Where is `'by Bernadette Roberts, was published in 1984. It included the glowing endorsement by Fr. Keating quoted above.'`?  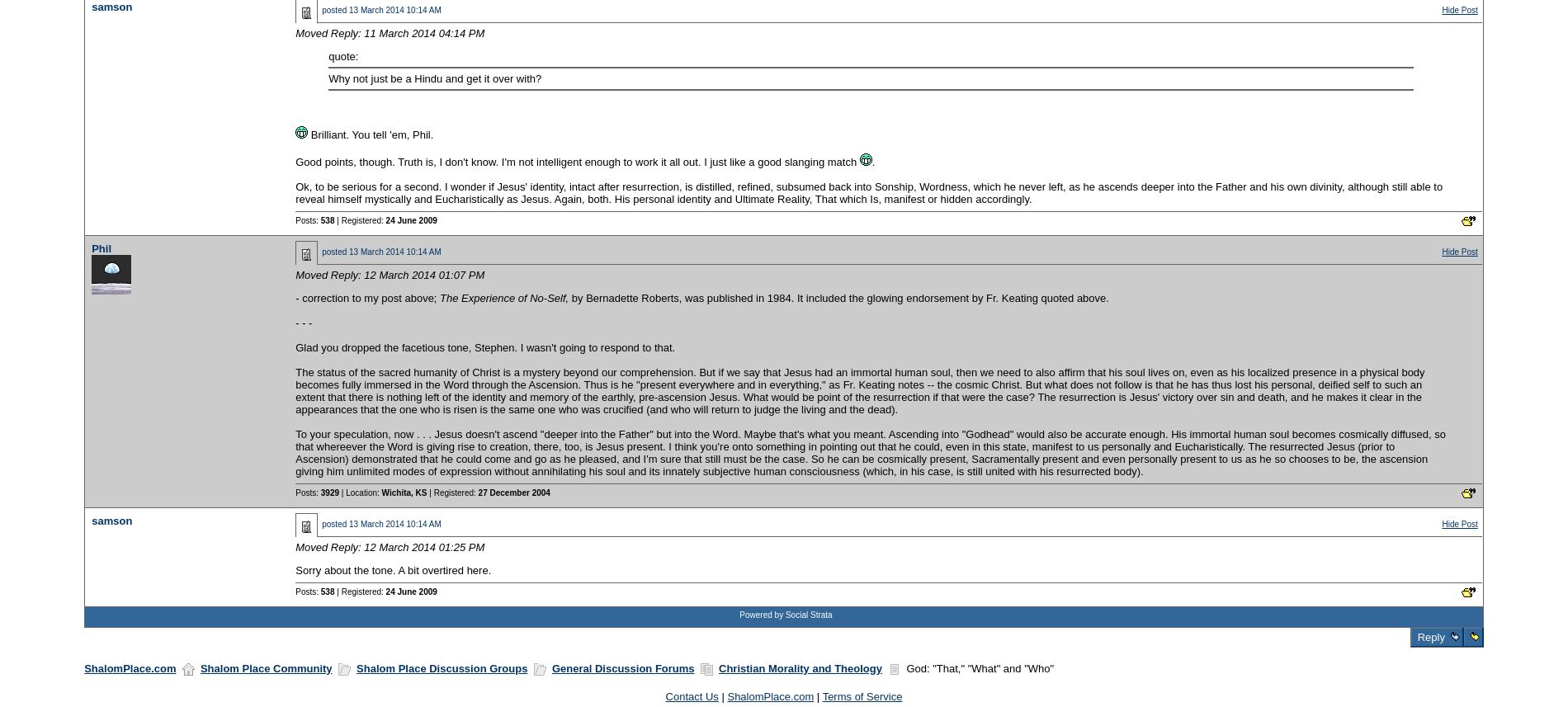
'by Bernadette Roberts, was published in 1984. It included the glowing endorsement by Fr. Keating quoted above.' is located at coordinates (838, 296).